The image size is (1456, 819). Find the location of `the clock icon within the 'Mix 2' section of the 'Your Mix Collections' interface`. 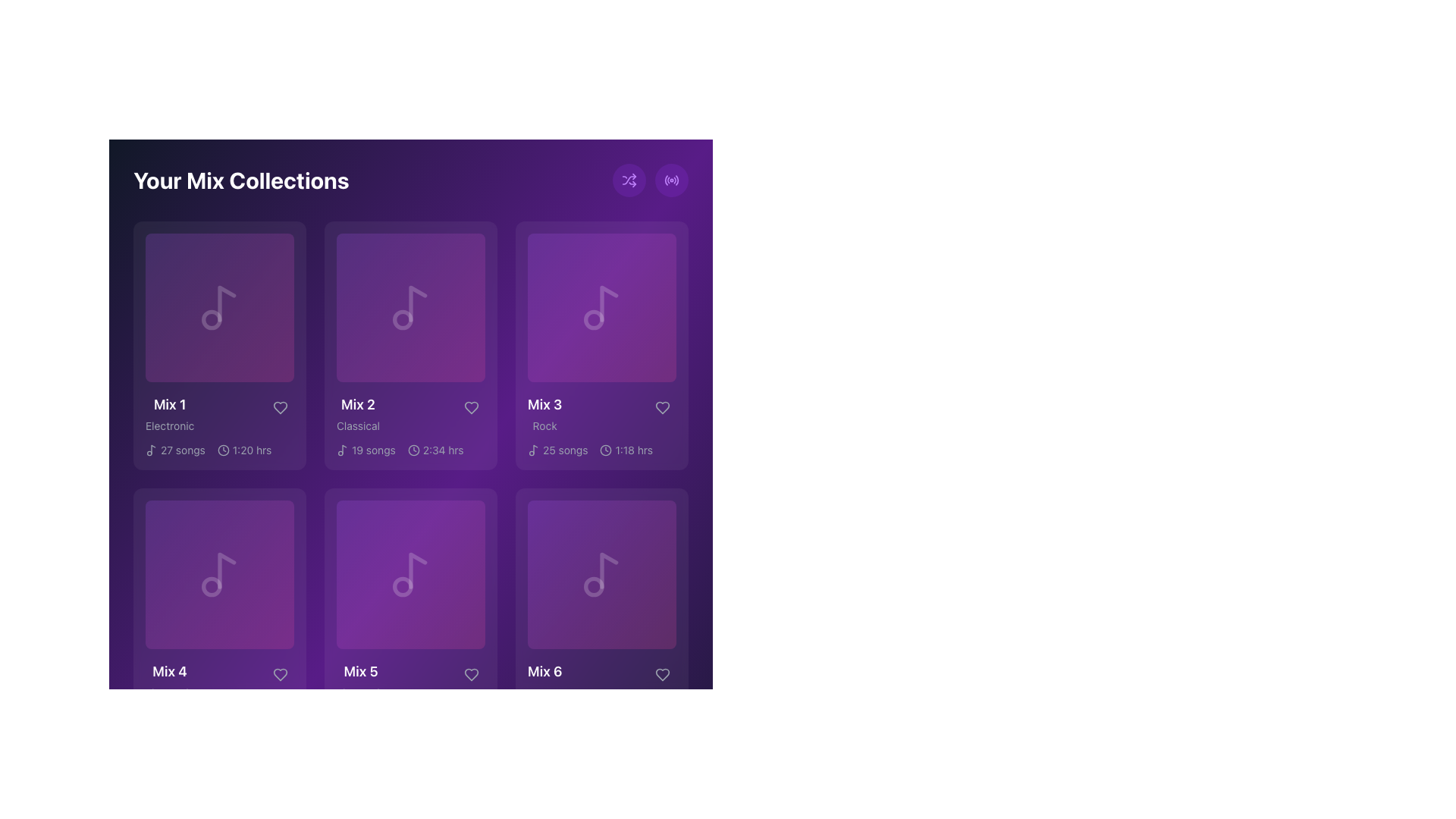

the clock icon within the 'Mix 2' section of the 'Your Mix Collections' interface is located at coordinates (413, 450).